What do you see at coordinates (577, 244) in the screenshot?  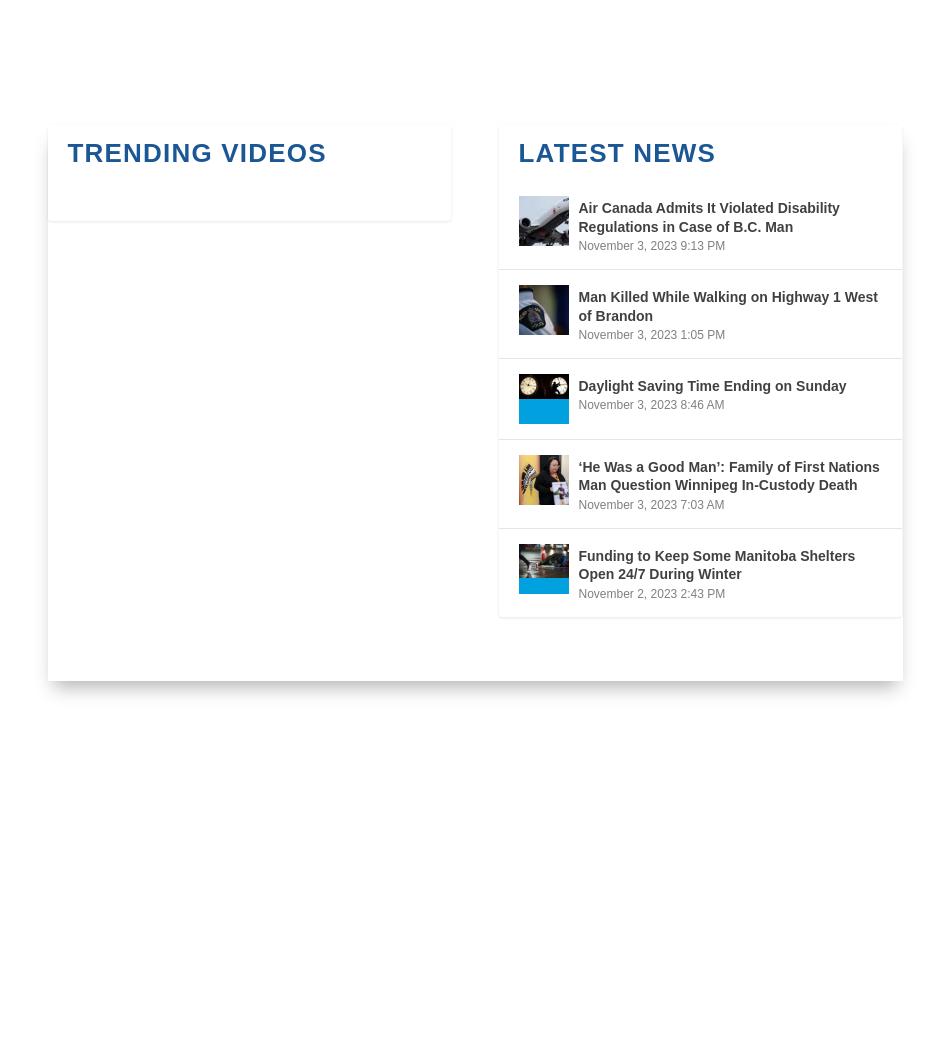 I see `'November 3, 2023 9:13 PM'` at bounding box center [577, 244].